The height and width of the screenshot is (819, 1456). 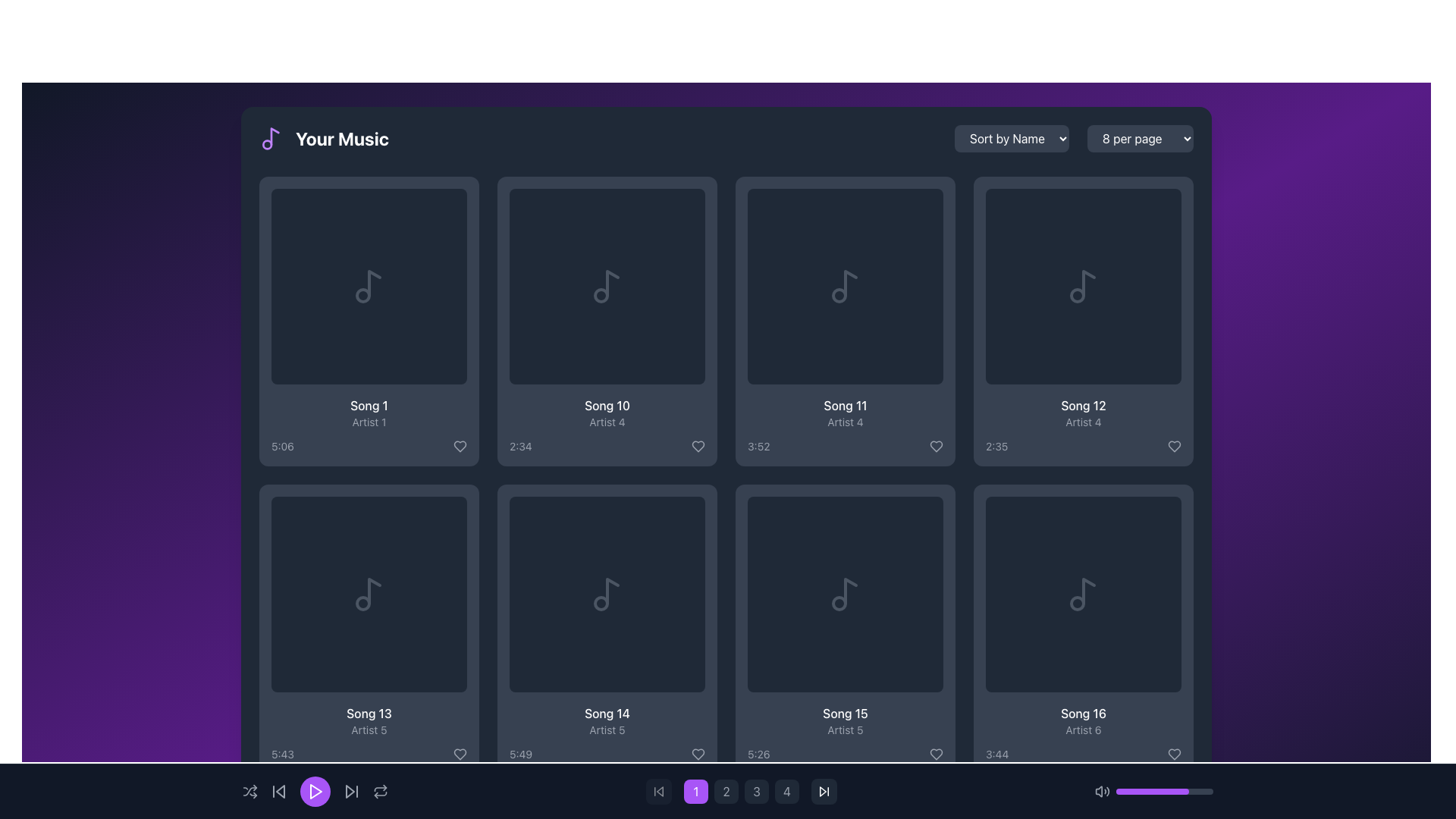 What do you see at coordinates (1139, 791) in the screenshot?
I see `the volume` at bounding box center [1139, 791].